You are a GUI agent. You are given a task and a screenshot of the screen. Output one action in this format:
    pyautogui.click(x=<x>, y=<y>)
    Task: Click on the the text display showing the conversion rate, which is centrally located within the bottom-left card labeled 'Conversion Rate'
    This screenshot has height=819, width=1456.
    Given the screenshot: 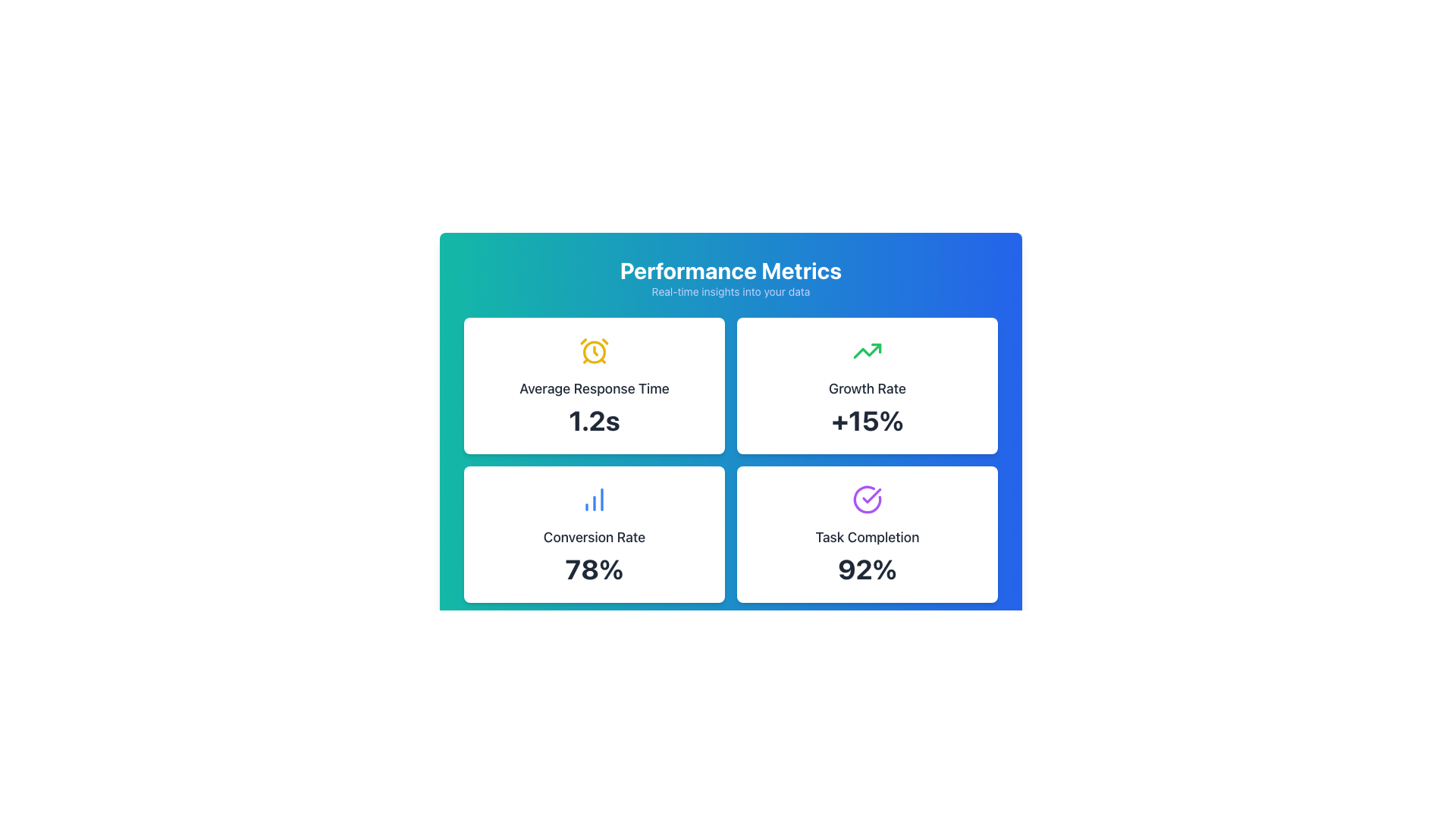 What is the action you would take?
    pyautogui.click(x=593, y=570)
    